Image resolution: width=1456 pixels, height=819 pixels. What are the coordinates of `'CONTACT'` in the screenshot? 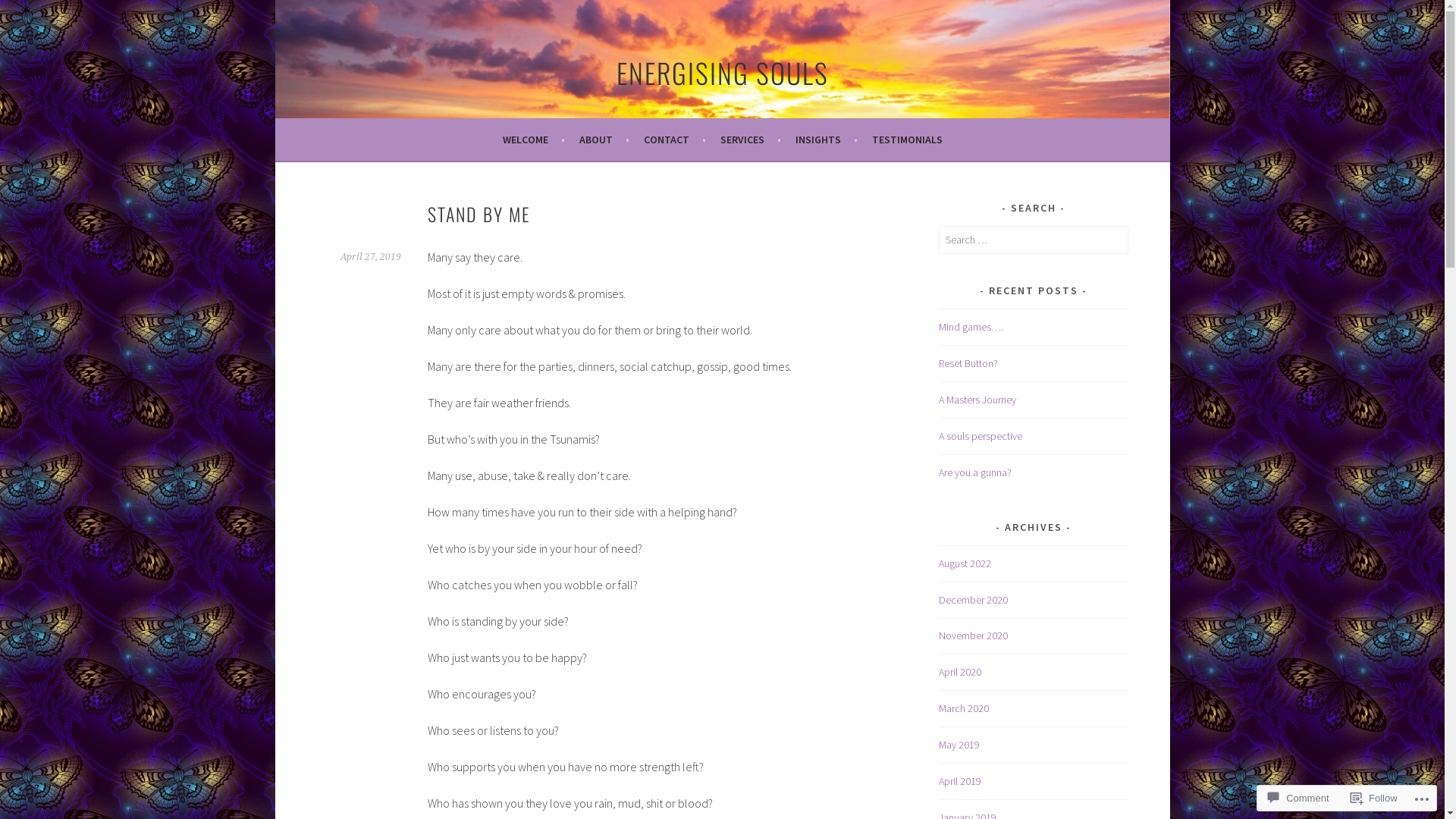 It's located at (673, 140).